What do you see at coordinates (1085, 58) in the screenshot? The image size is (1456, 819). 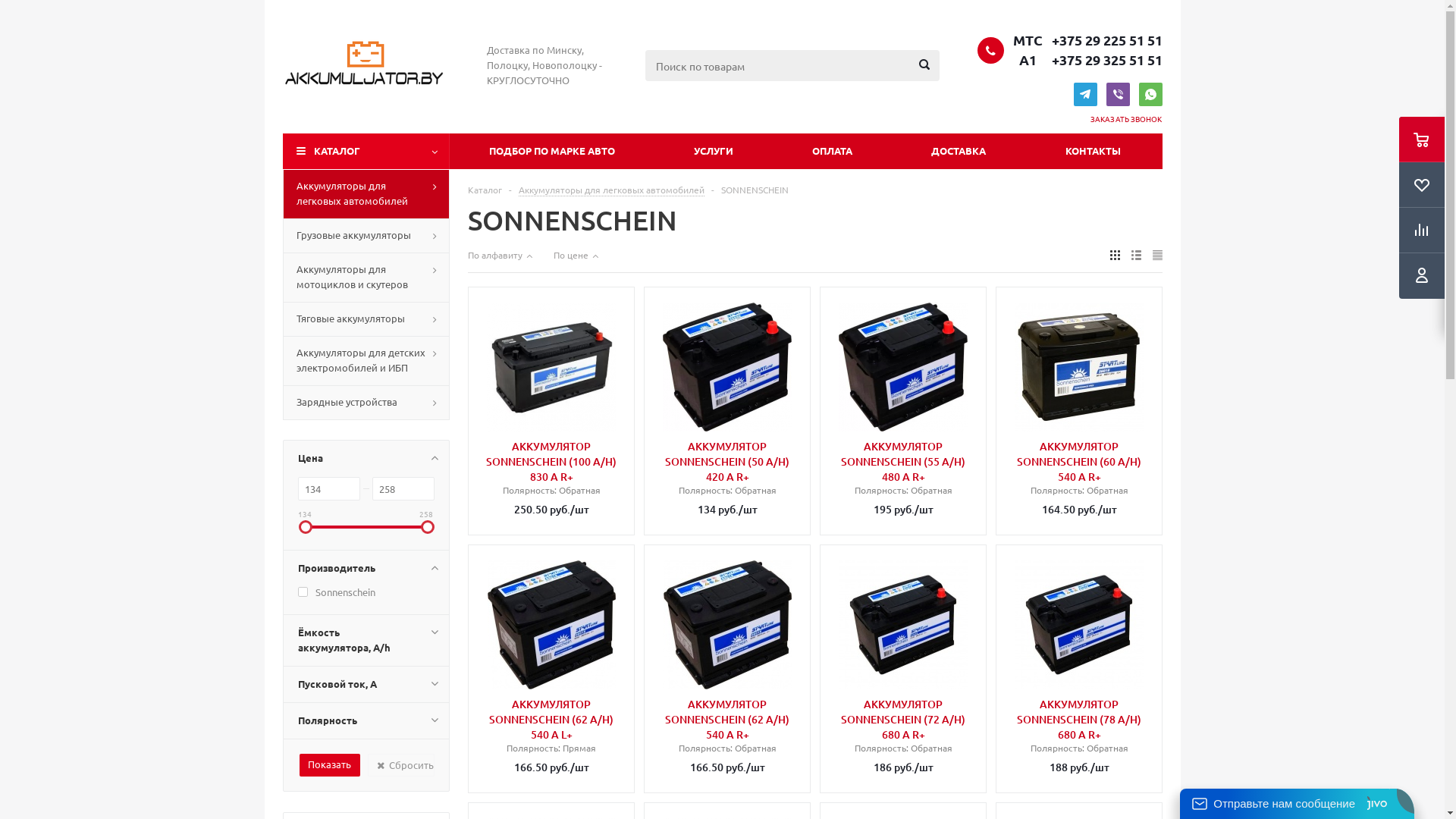 I see `'  A1     +375 29 325 51 51'` at bounding box center [1085, 58].